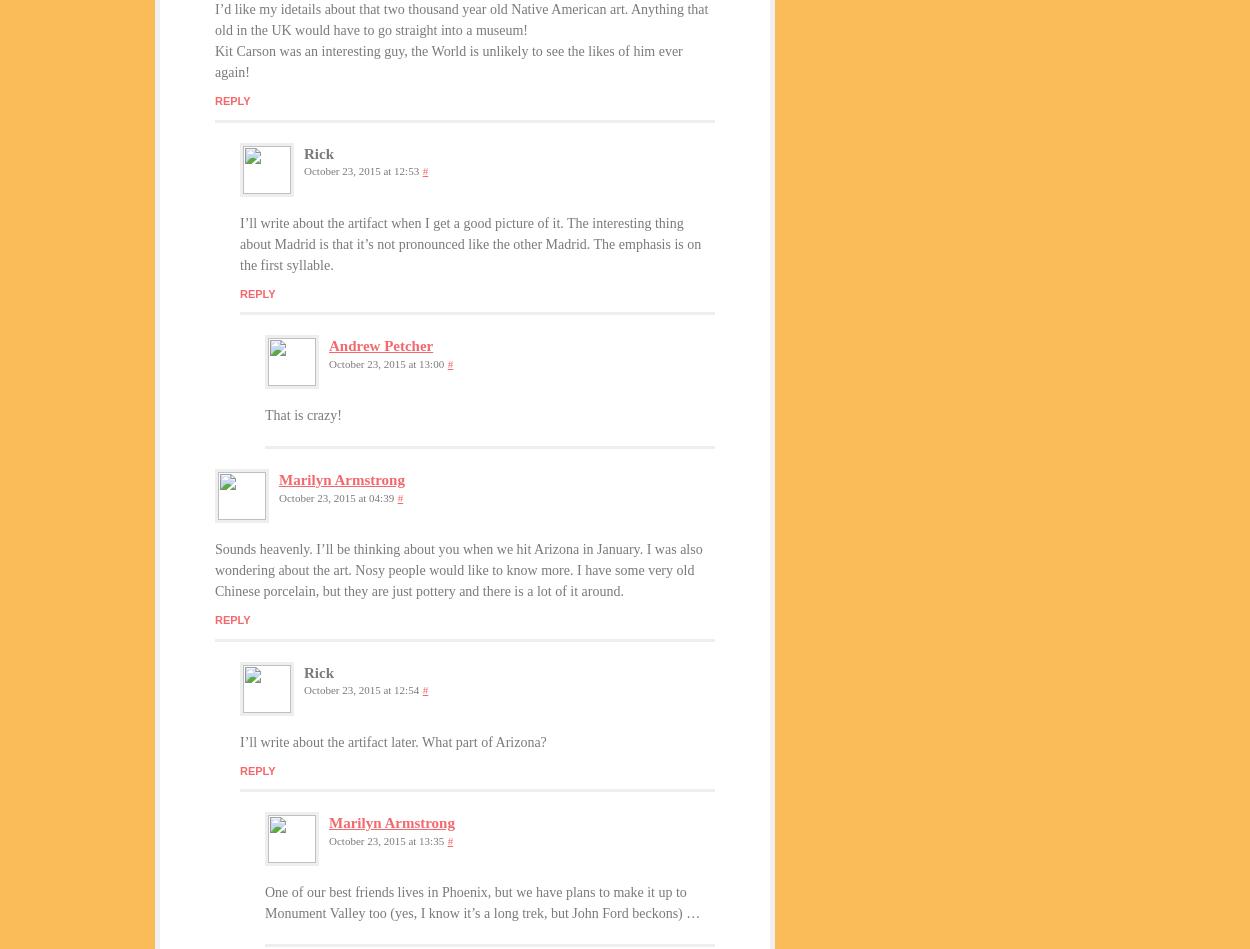 The height and width of the screenshot is (949, 1250). What do you see at coordinates (457, 569) in the screenshot?
I see `'Sounds heavenly. I’ll be thinking about you when we hit Arizona in January. I was also wondering about the art. Nosy people would like to know more. I have some very old Chinese porcelain, but they are just pottery and there is a lot of it around.'` at bounding box center [457, 569].